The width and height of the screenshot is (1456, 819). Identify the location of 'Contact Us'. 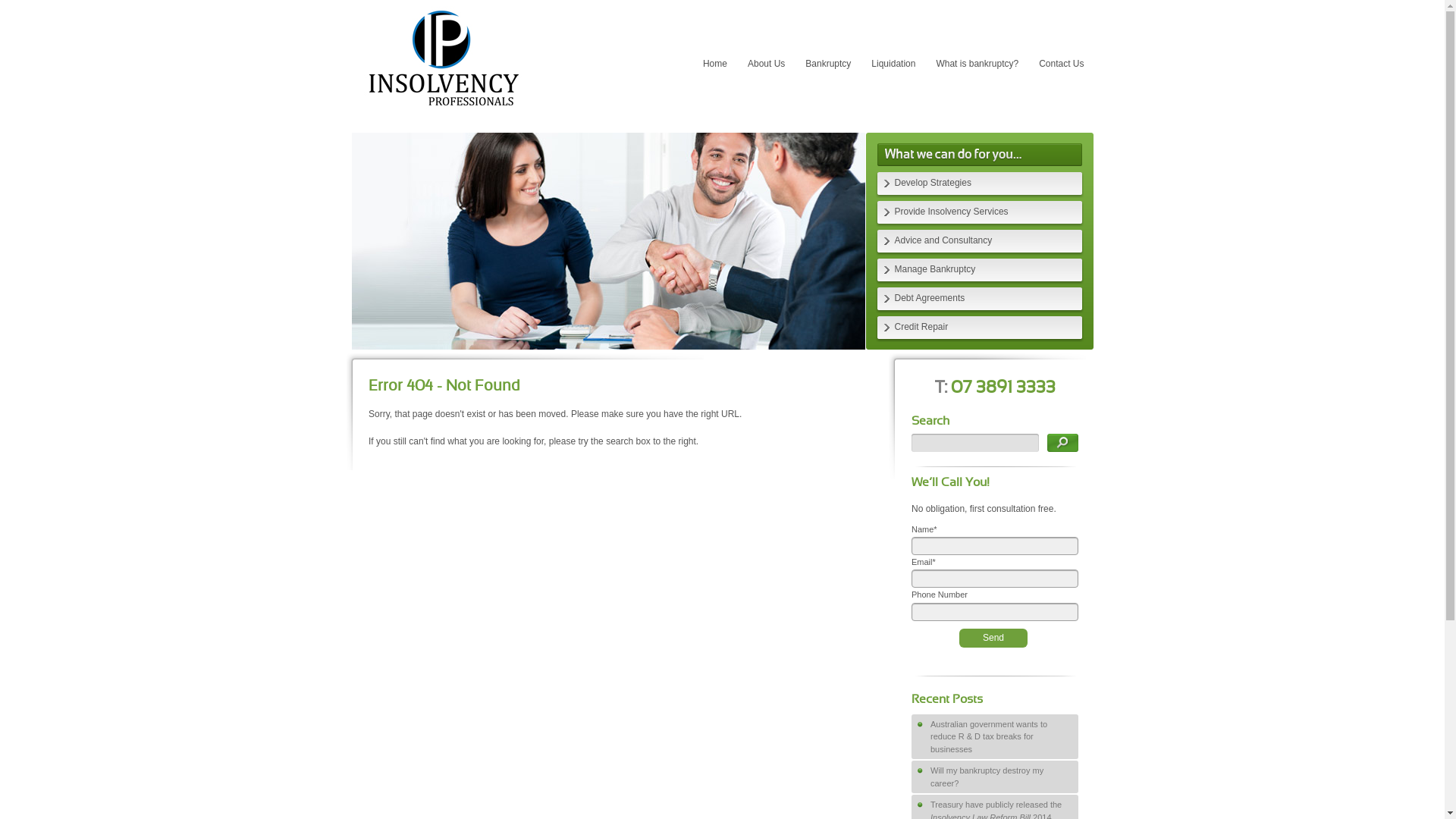
(1030, 63).